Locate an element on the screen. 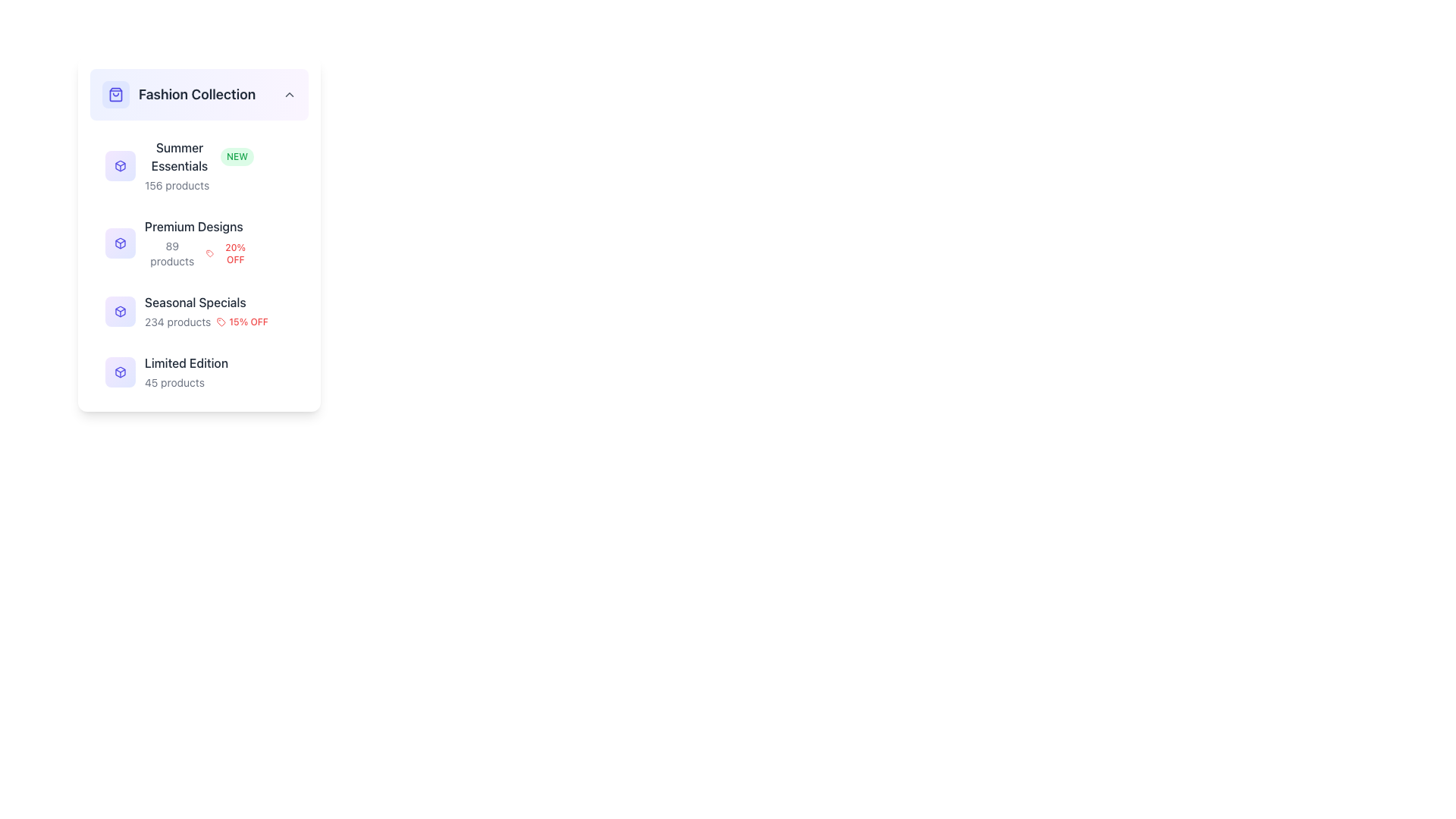 The width and height of the screenshot is (1456, 819). the text label indicating the number of products available in the 'Summer Essentials' category, located under the 'Fashion Collection' menu is located at coordinates (177, 185).